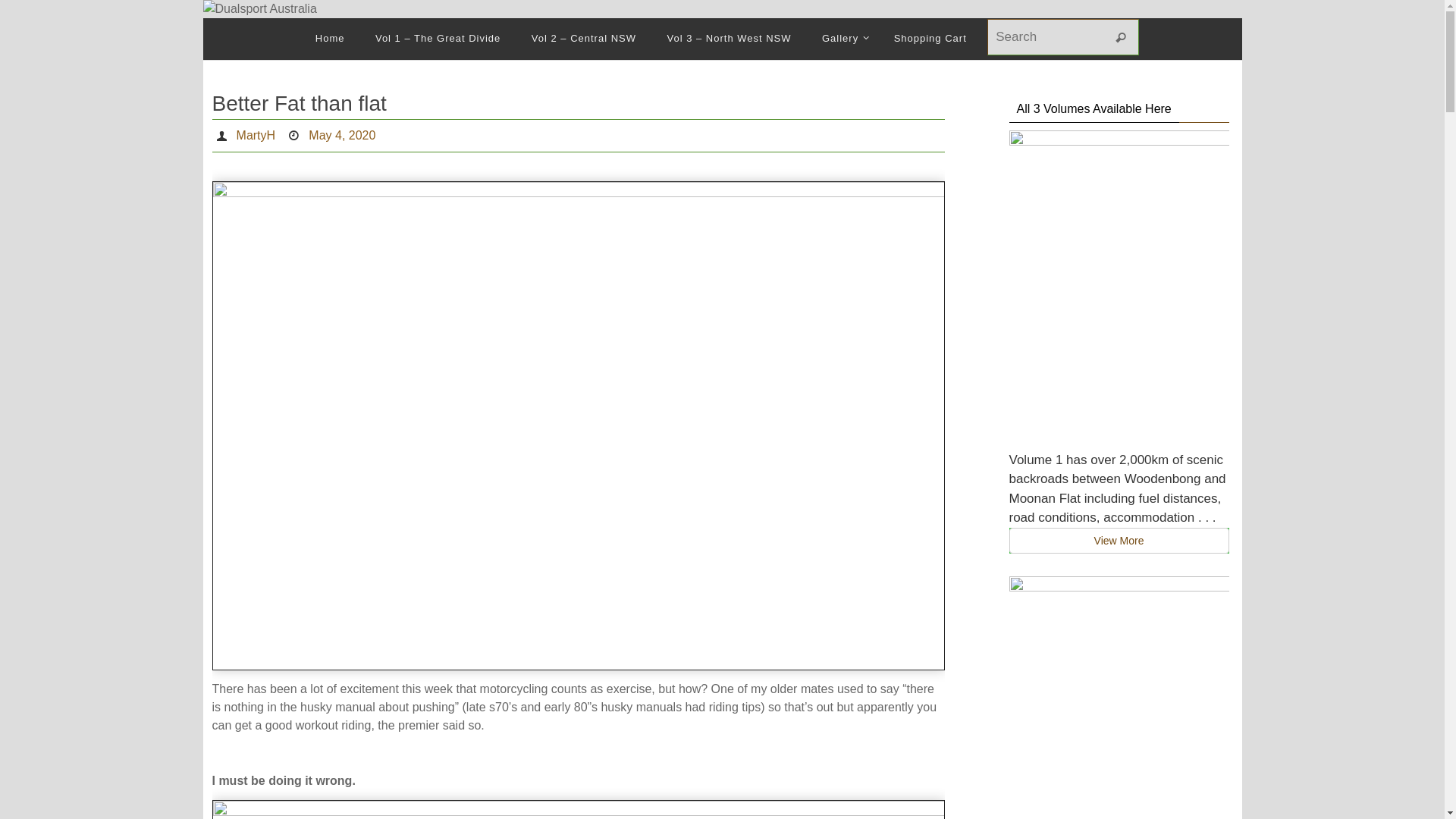 This screenshot has width=1456, height=819. What do you see at coordinates (341, 134) in the screenshot?
I see `'May 4, 2020'` at bounding box center [341, 134].